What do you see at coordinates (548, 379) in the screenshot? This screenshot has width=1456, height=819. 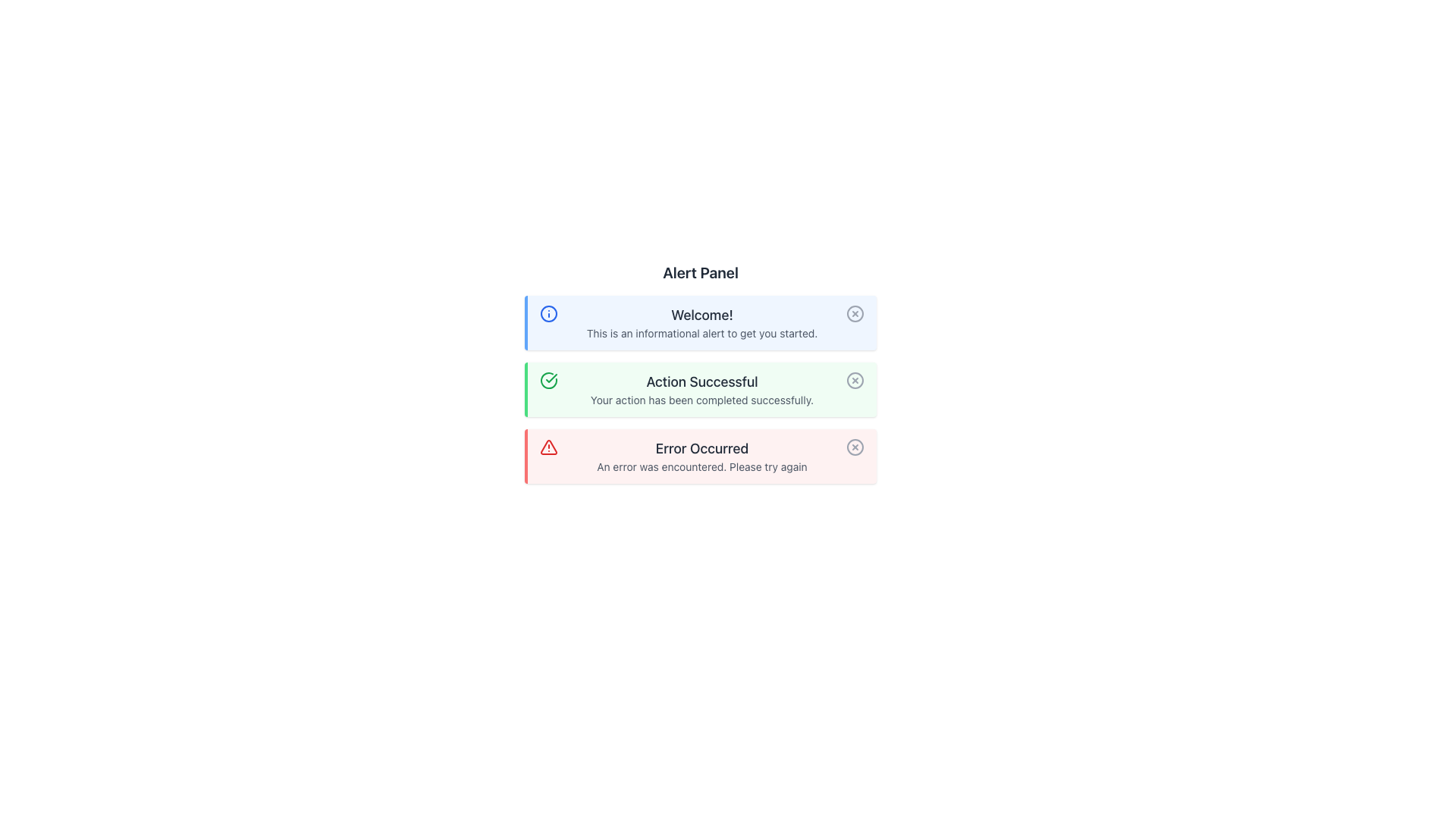 I see `the green circular icon with a checkmark symbol located to the left of the 'Action Successful' text in the green alert box to understand the status it signifies` at bounding box center [548, 379].